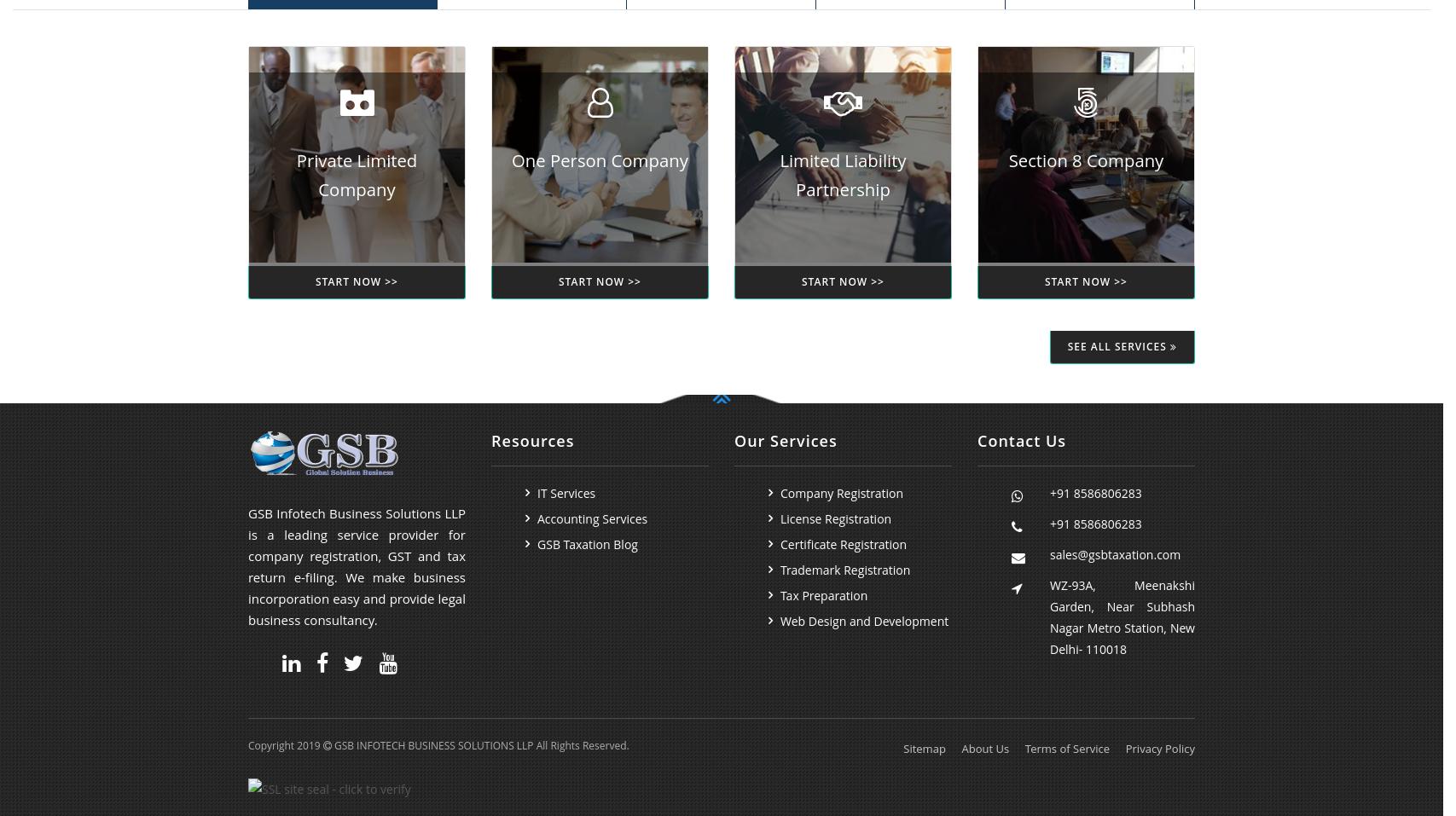  Describe the element at coordinates (580, 745) in the screenshot. I see `'All Rights Reserved.'` at that location.